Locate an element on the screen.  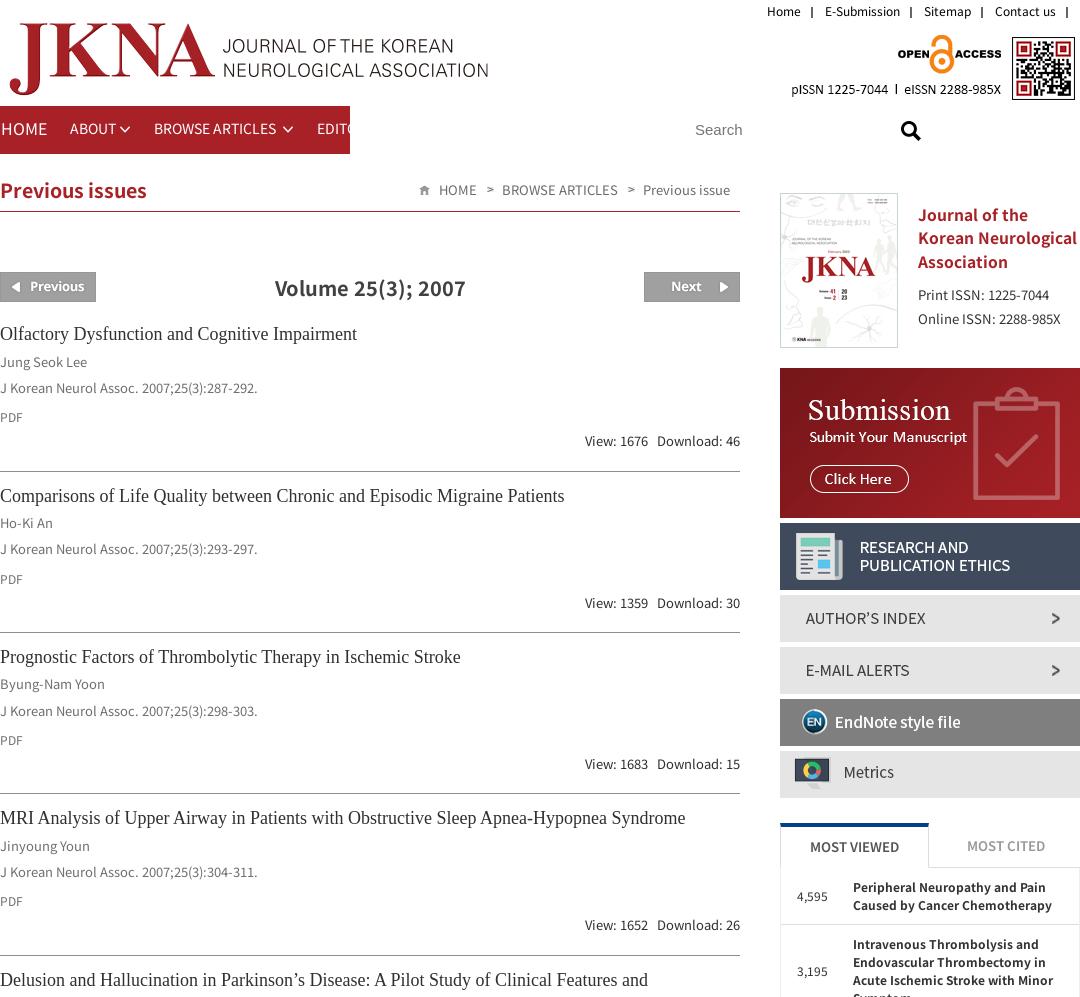
'FOR CONTRIBUTORS' is located at coordinates (478, 128).